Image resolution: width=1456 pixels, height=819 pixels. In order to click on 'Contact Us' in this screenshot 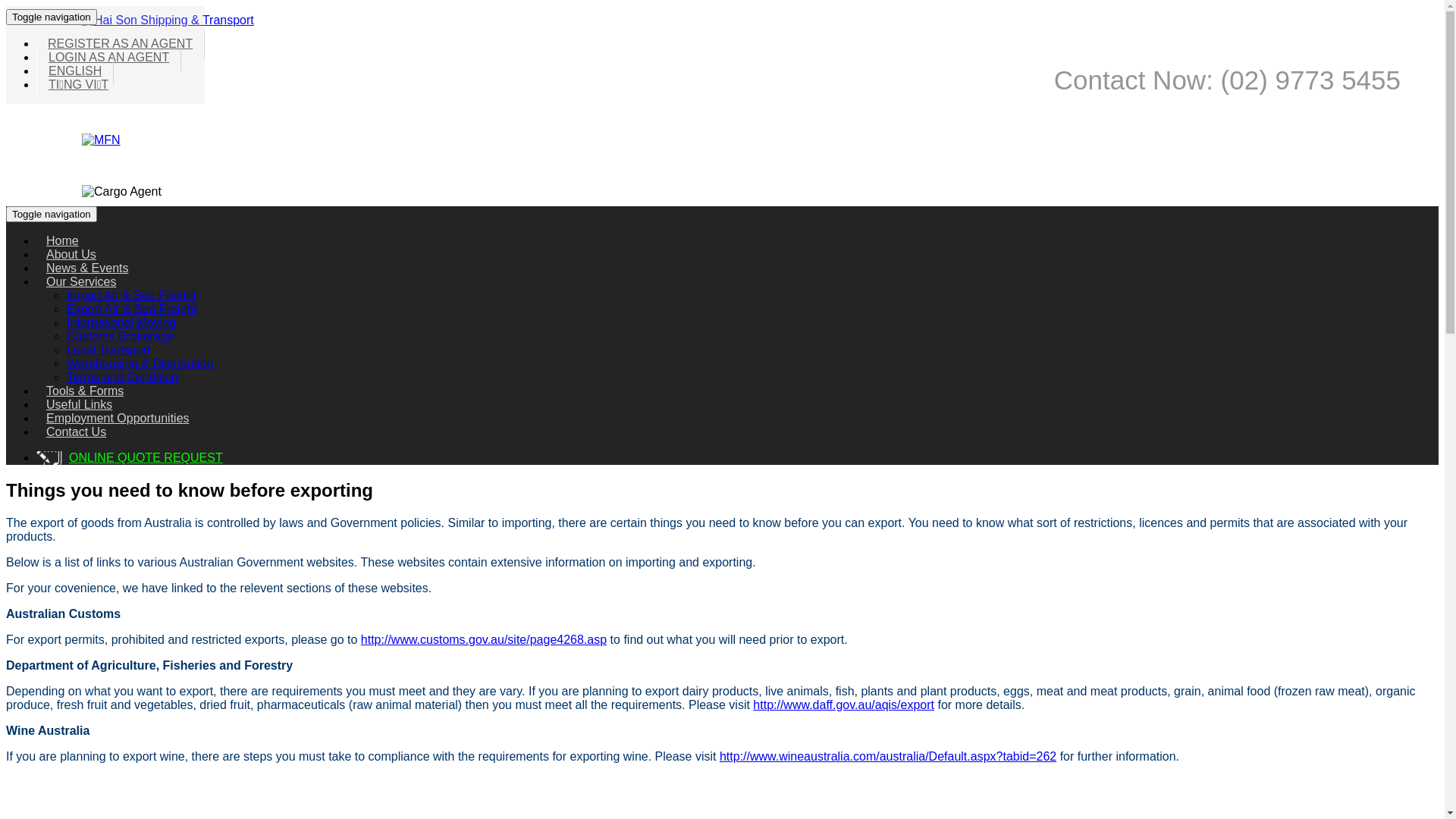, I will do `click(75, 431)`.